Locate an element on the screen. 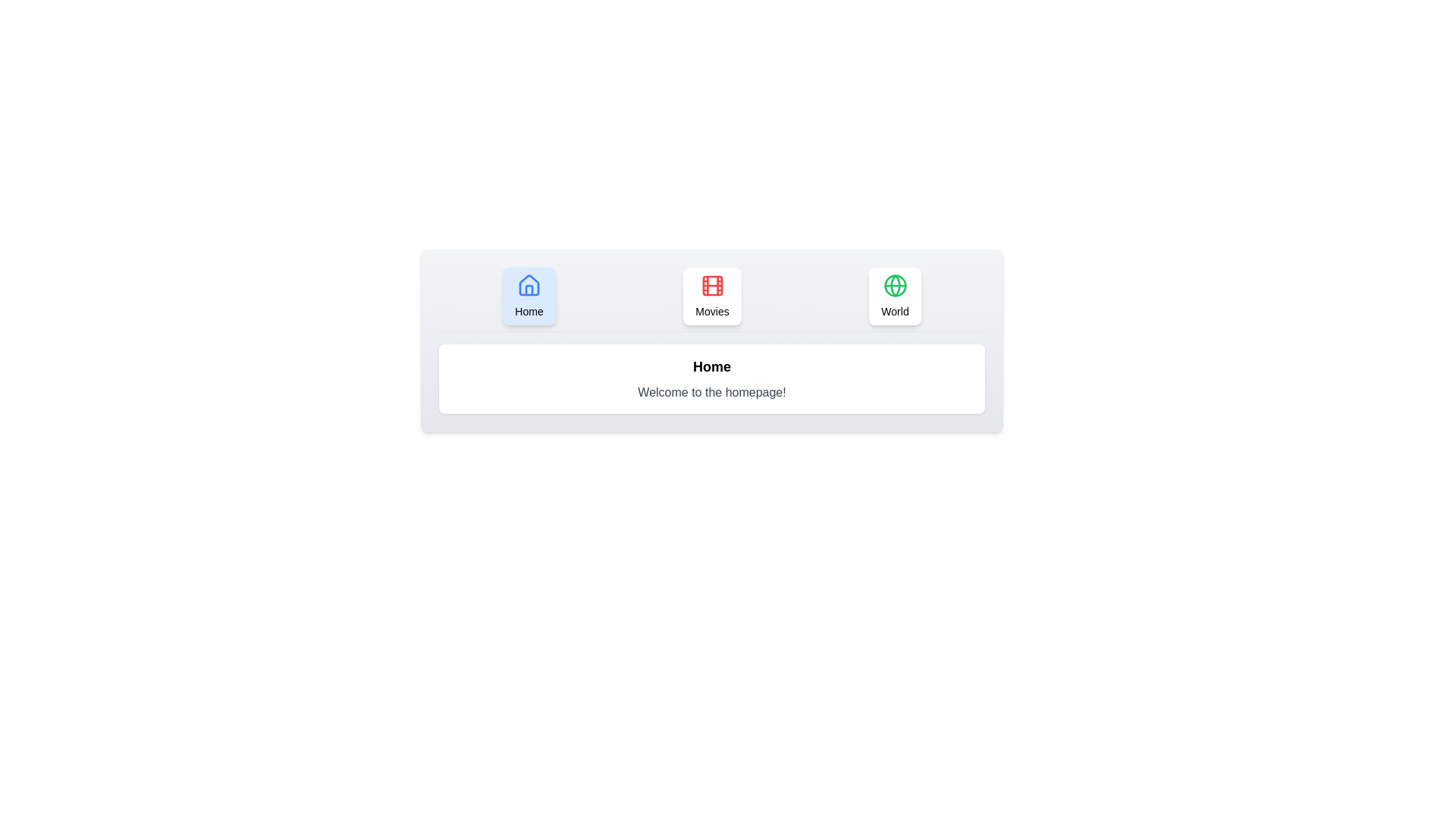 The height and width of the screenshot is (819, 1456). the tab labeled Movies to view its content is located at coordinates (711, 296).